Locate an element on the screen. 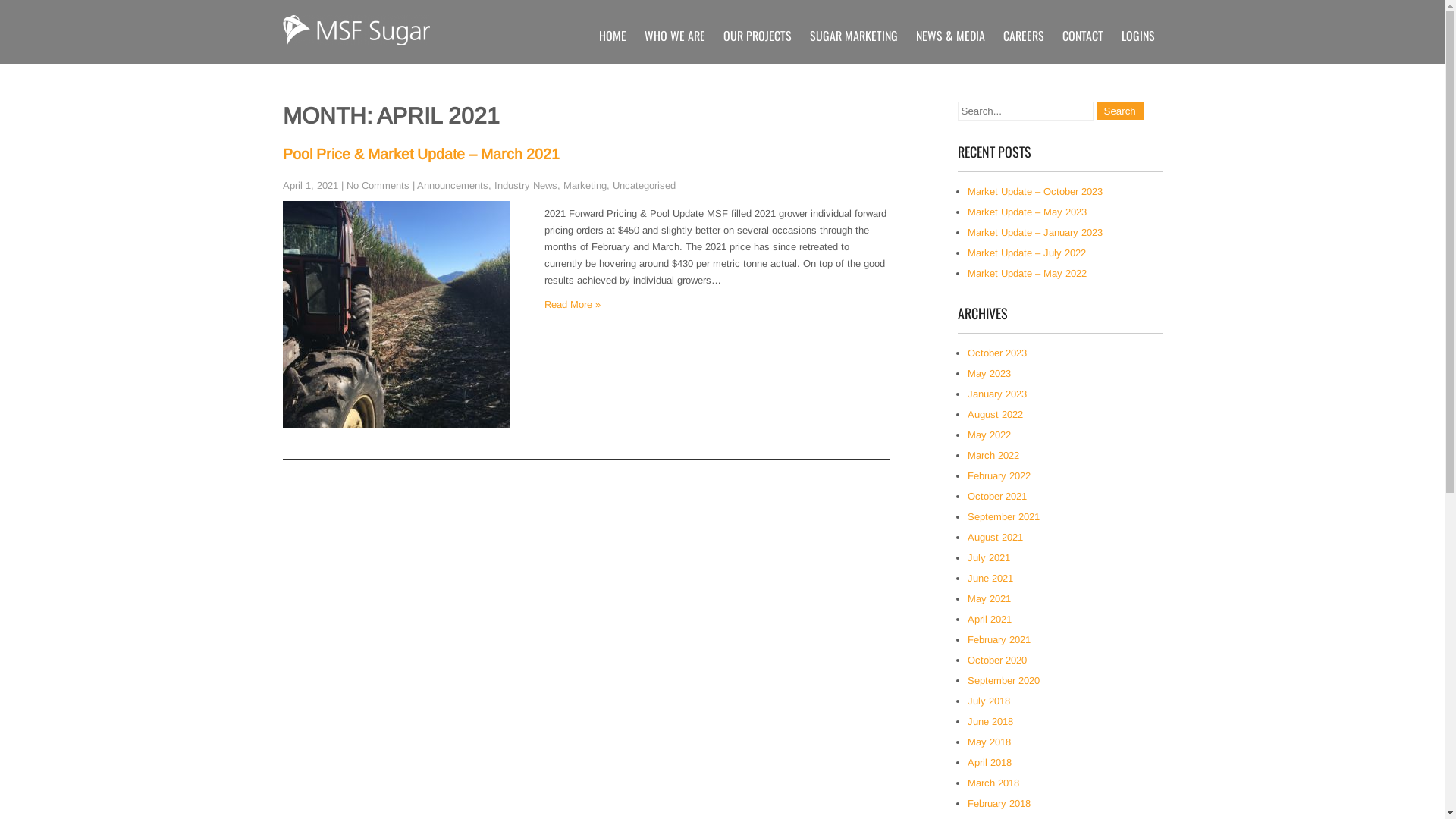 This screenshot has width=1456, height=819. 'April 2021' is located at coordinates (990, 619).